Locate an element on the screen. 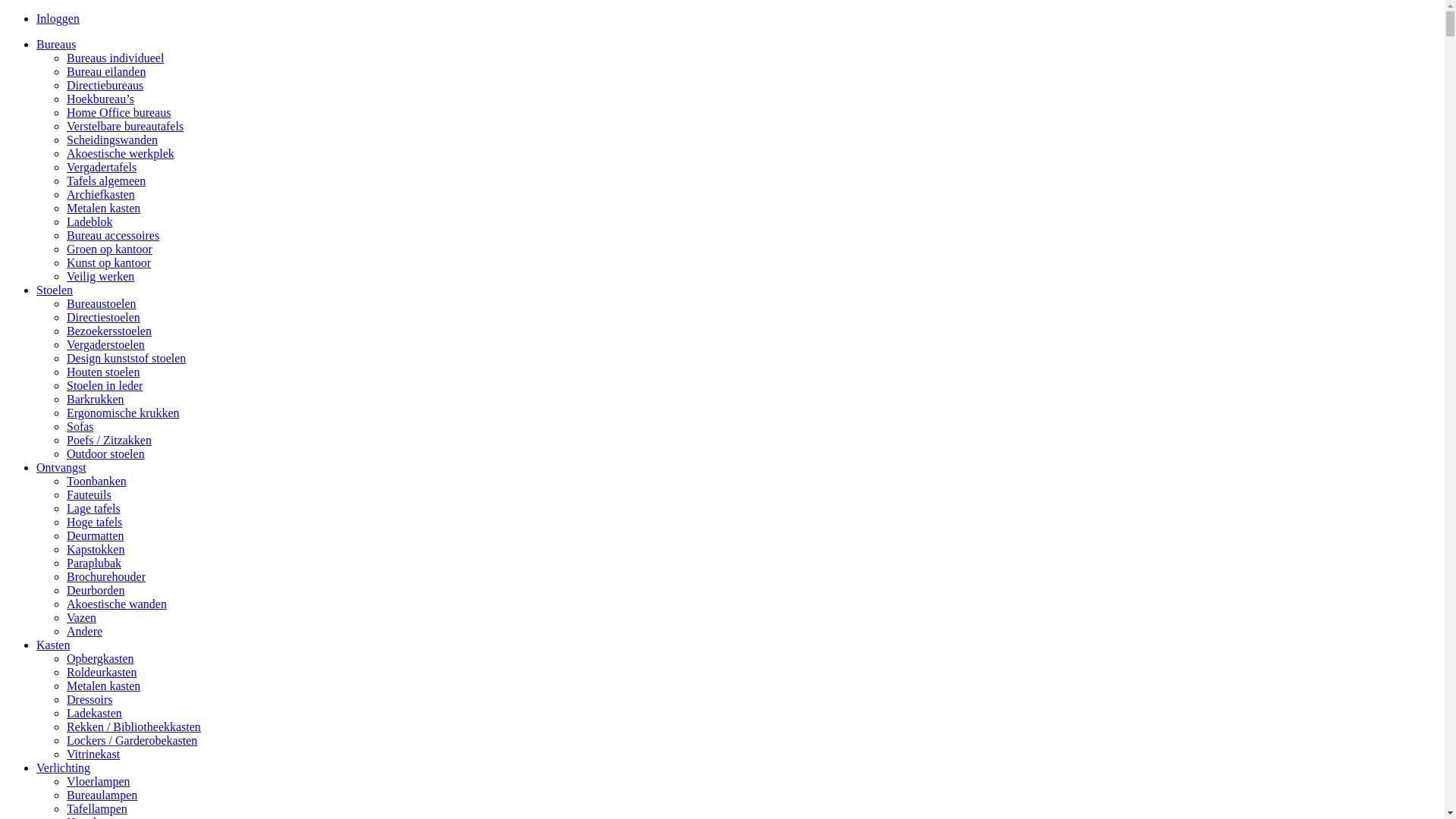  'Ladeblok' is located at coordinates (89, 221).